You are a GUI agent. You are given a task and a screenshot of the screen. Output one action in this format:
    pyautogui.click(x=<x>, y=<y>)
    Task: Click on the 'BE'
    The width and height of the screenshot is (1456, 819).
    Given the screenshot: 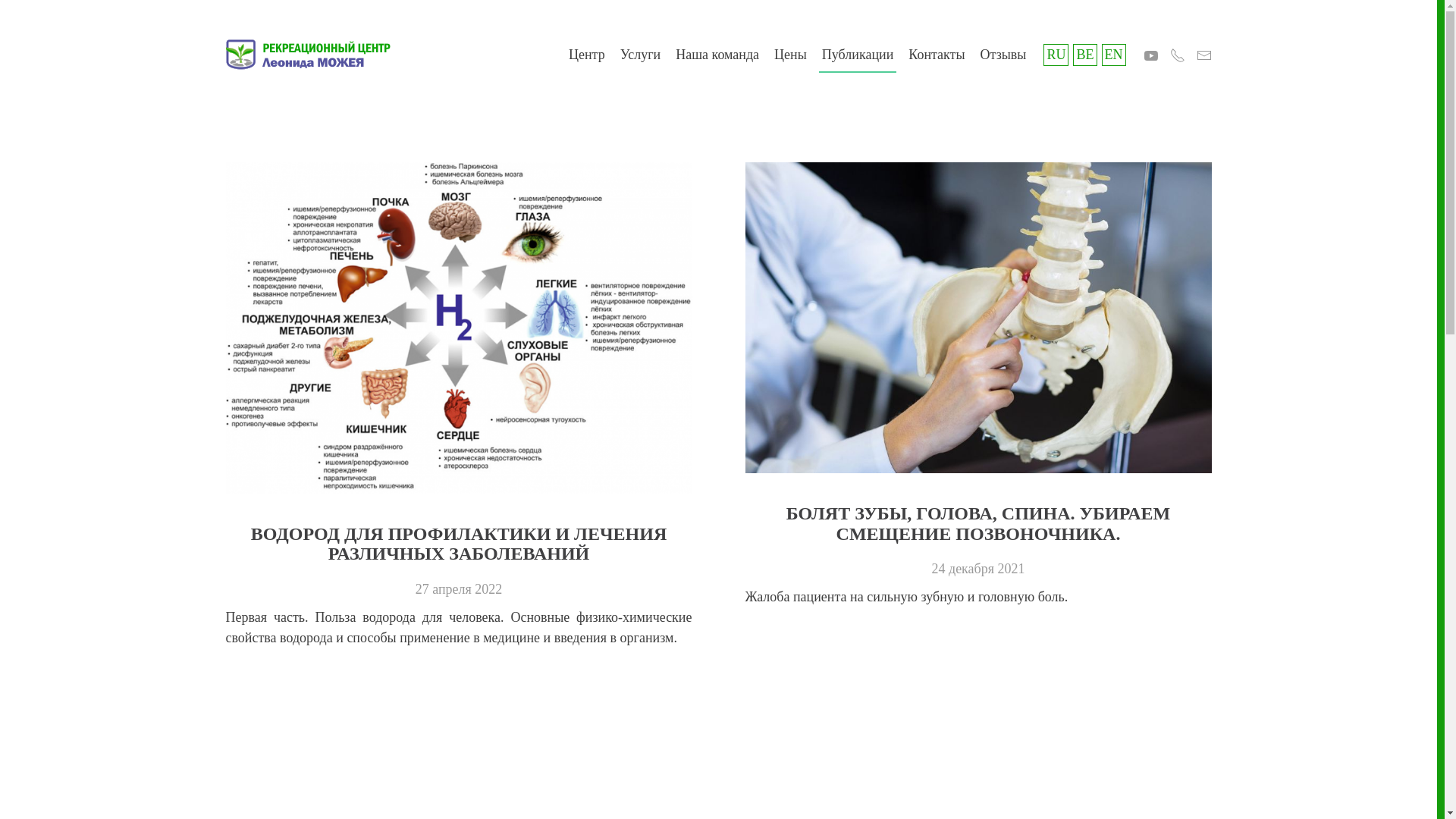 What is the action you would take?
    pyautogui.click(x=1084, y=54)
    